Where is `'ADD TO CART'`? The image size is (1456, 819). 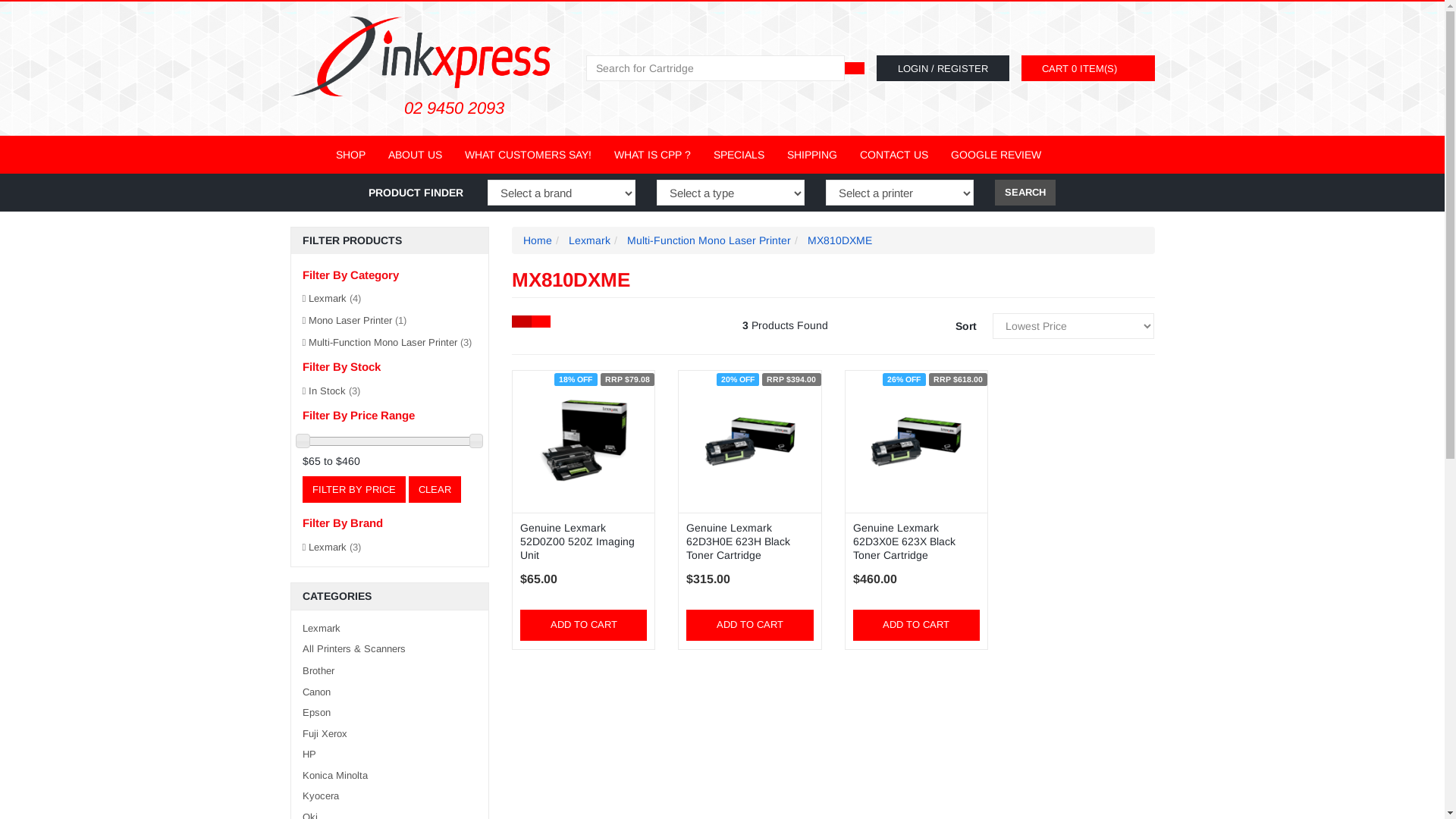 'ADD TO CART' is located at coordinates (686, 625).